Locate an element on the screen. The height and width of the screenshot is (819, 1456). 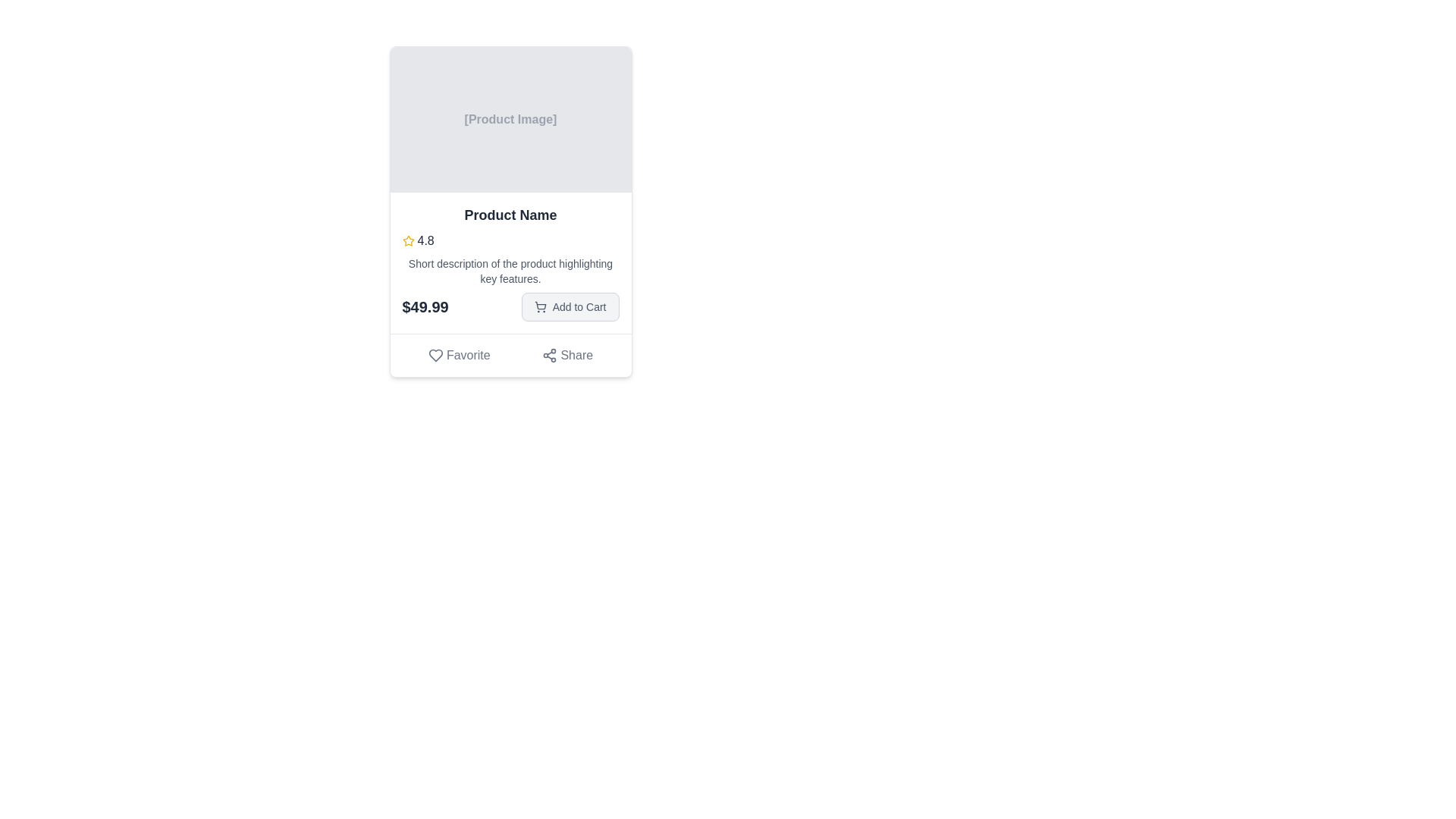
the 'Favorite' button located at the bottom of the product card to mark the product as a favorite is located at coordinates (458, 356).